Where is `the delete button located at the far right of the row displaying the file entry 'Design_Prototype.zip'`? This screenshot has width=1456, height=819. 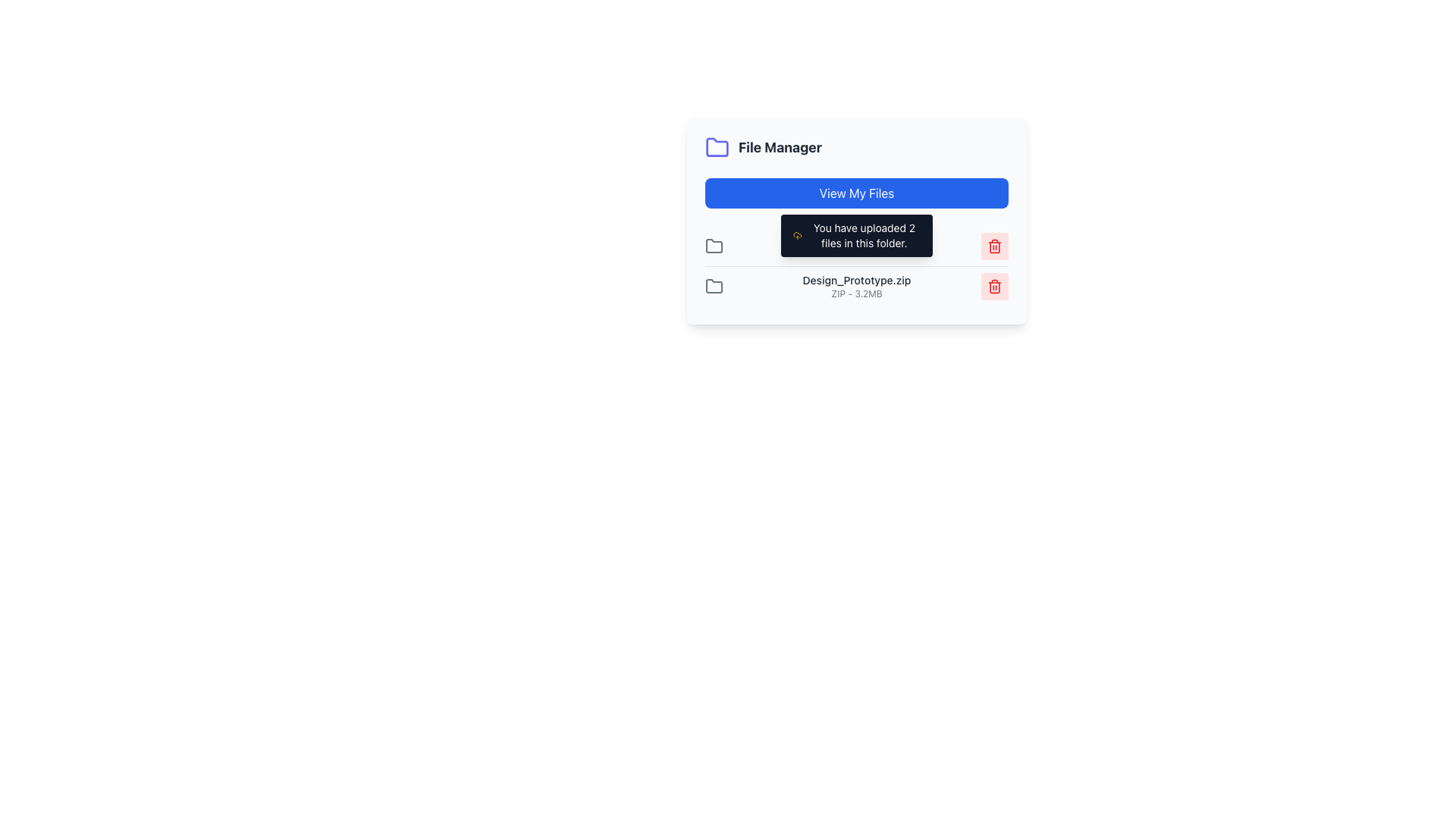 the delete button located at the far right of the row displaying the file entry 'Design_Prototype.zip' is located at coordinates (994, 287).